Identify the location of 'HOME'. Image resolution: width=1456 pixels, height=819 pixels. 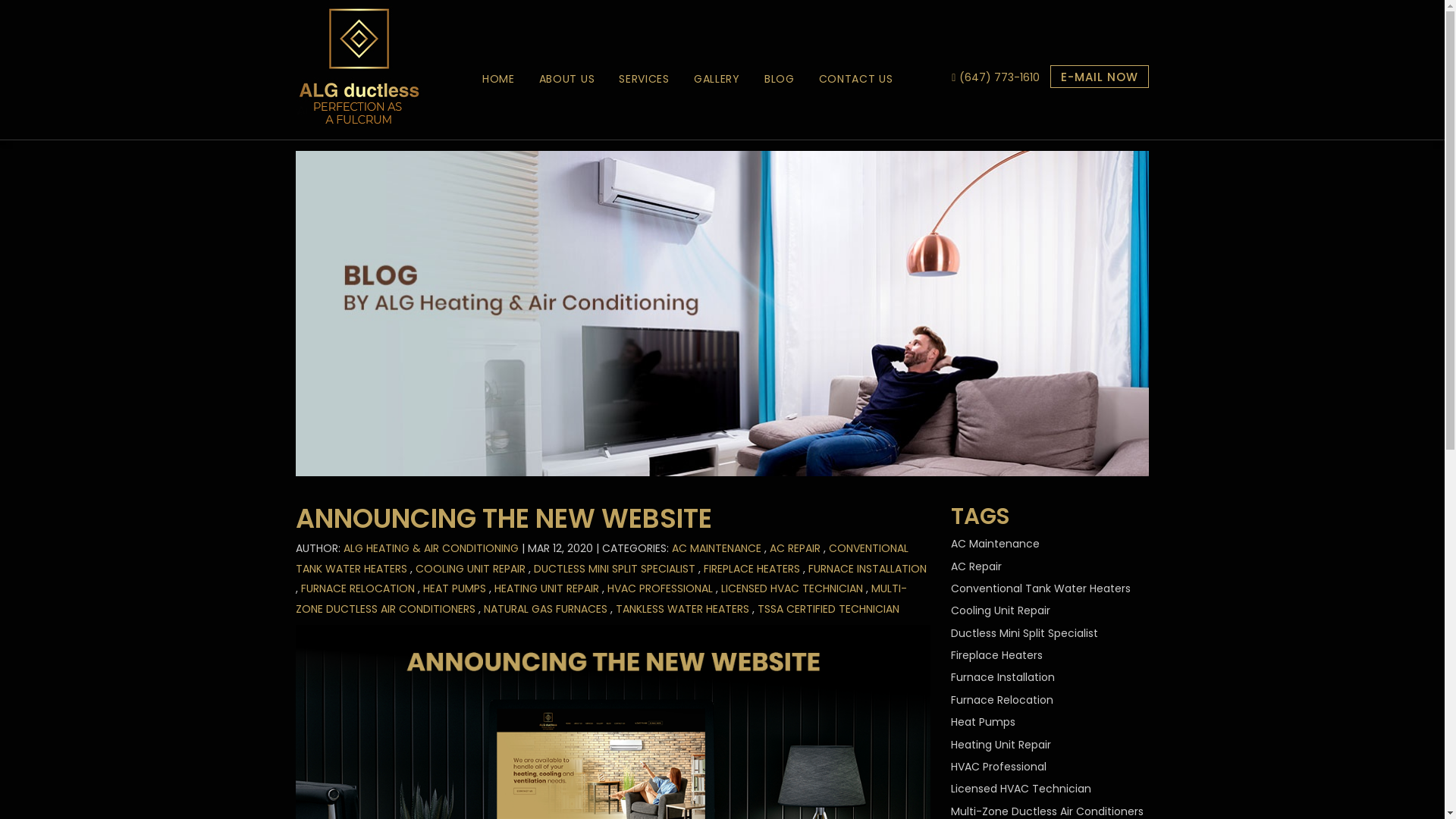
(498, 79).